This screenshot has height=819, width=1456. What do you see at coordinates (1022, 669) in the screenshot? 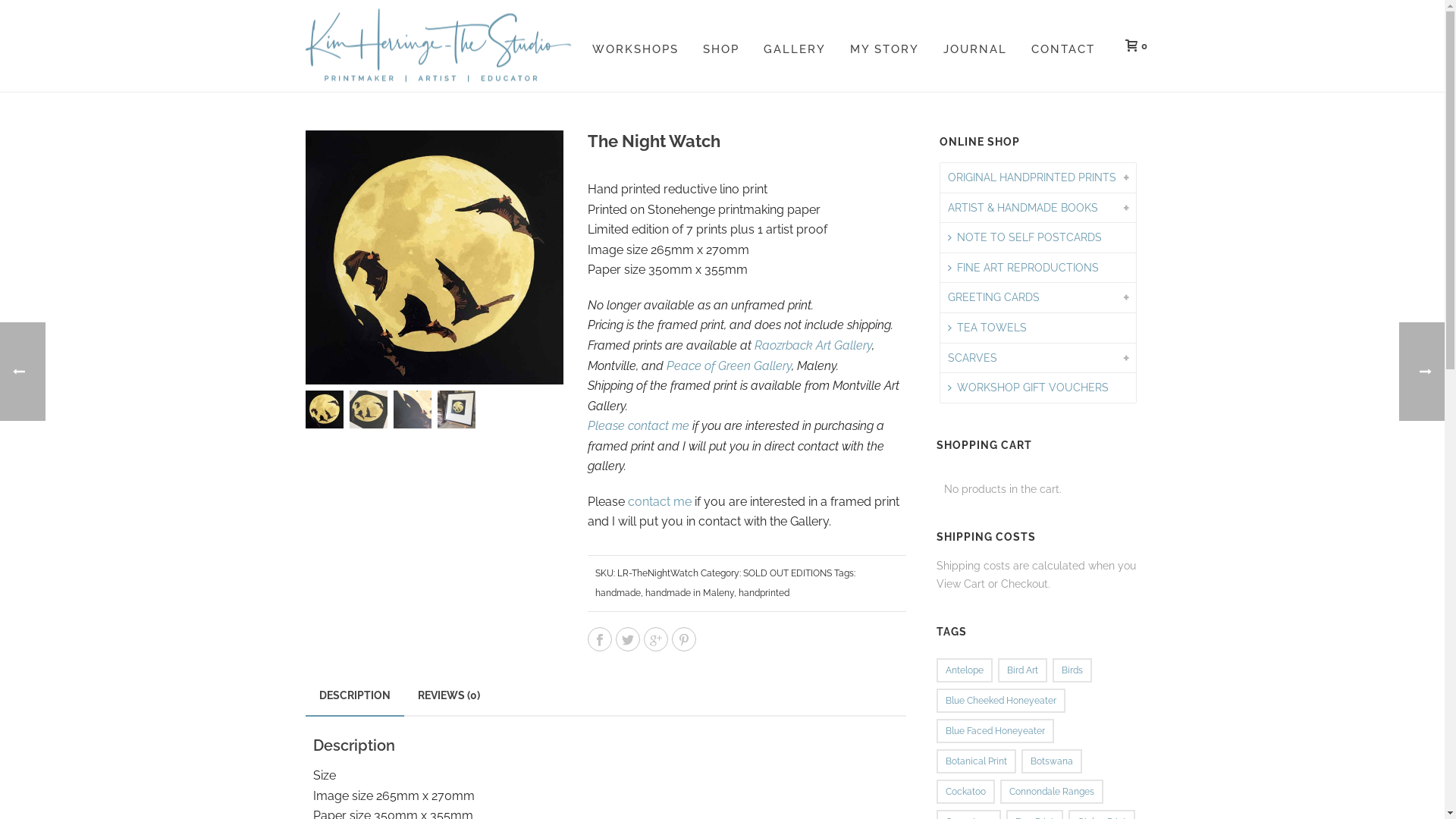
I see `'Bird Art'` at bounding box center [1022, 669].